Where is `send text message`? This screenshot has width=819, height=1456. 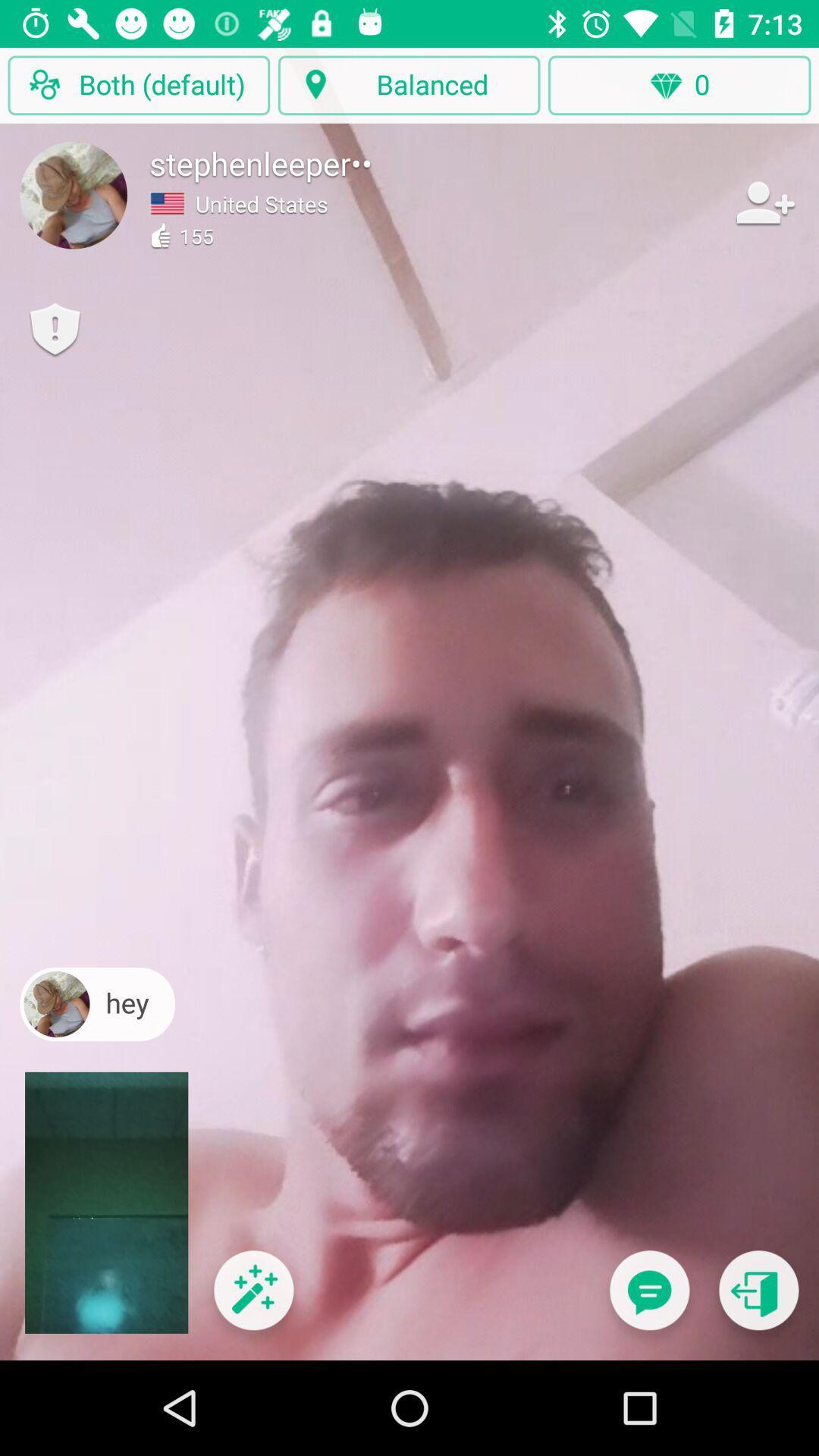
send text message is located at coordinates (648, 1299).